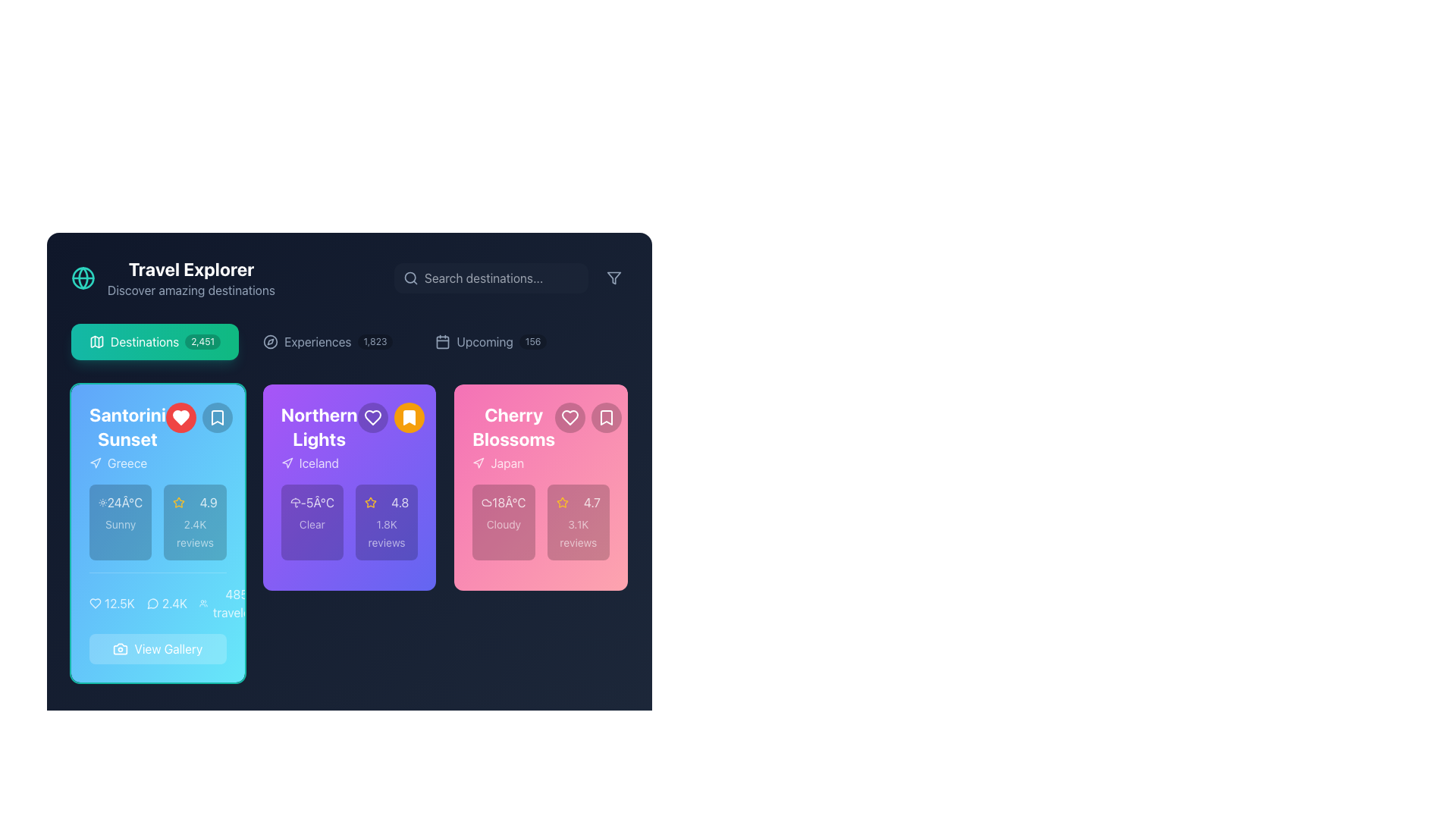 The width and height of the screenshot is (1456, 819). Describe the element at coordinates (561, 502) in the screenshot. I see `the rating value associated with the medium-sized golden amber-yellow star icon, which is the second from the left in the rating section of the 'Northern Lights' destination card` at that location.